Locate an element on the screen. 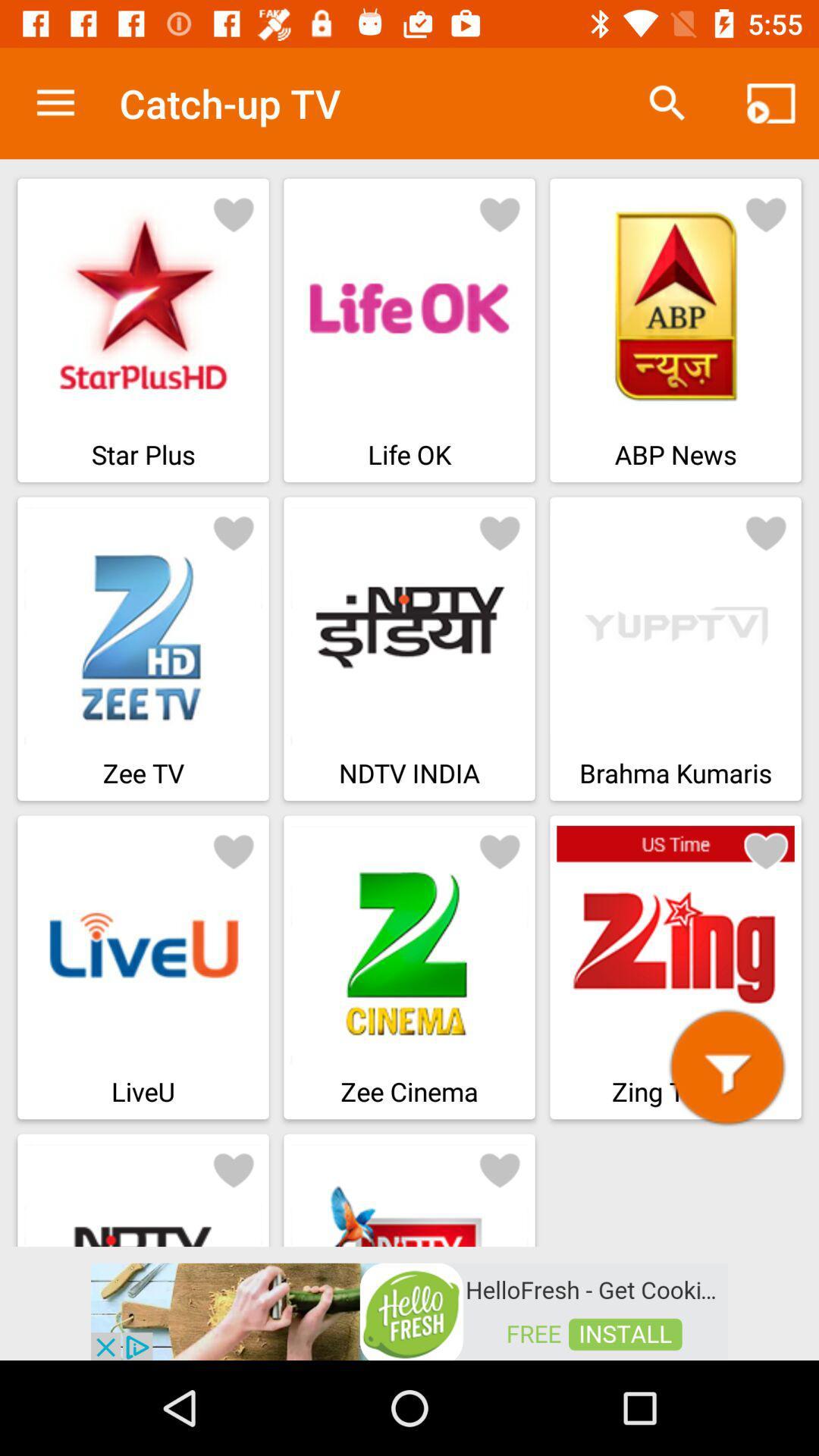 The width and height of the screenshot is (819, 1456). this zing button is located at coordinates (726, 1066).